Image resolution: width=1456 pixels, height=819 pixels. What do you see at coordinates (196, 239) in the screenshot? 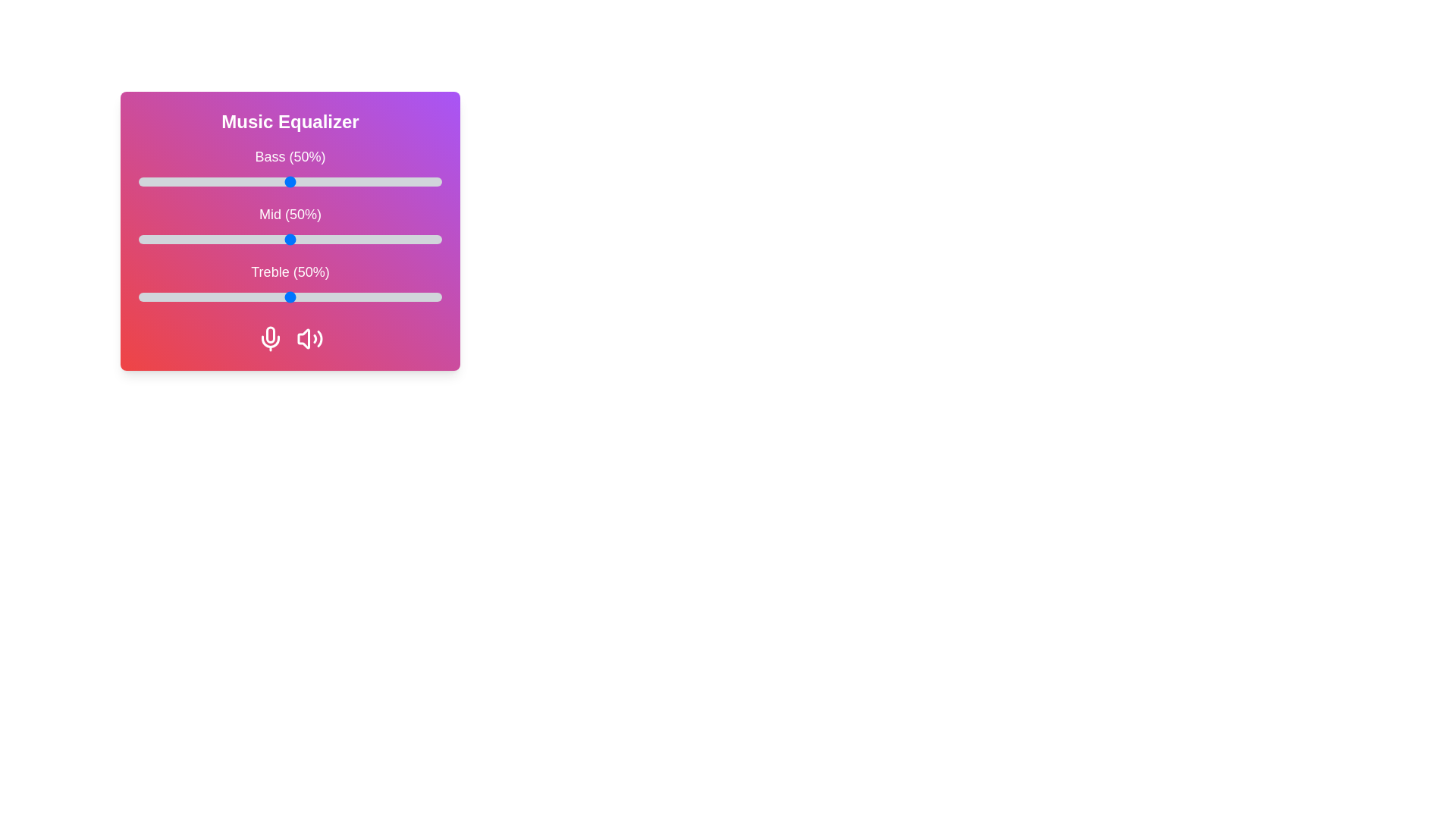
I see `the 1 slider to 19%` at bounding box center [196, 239].